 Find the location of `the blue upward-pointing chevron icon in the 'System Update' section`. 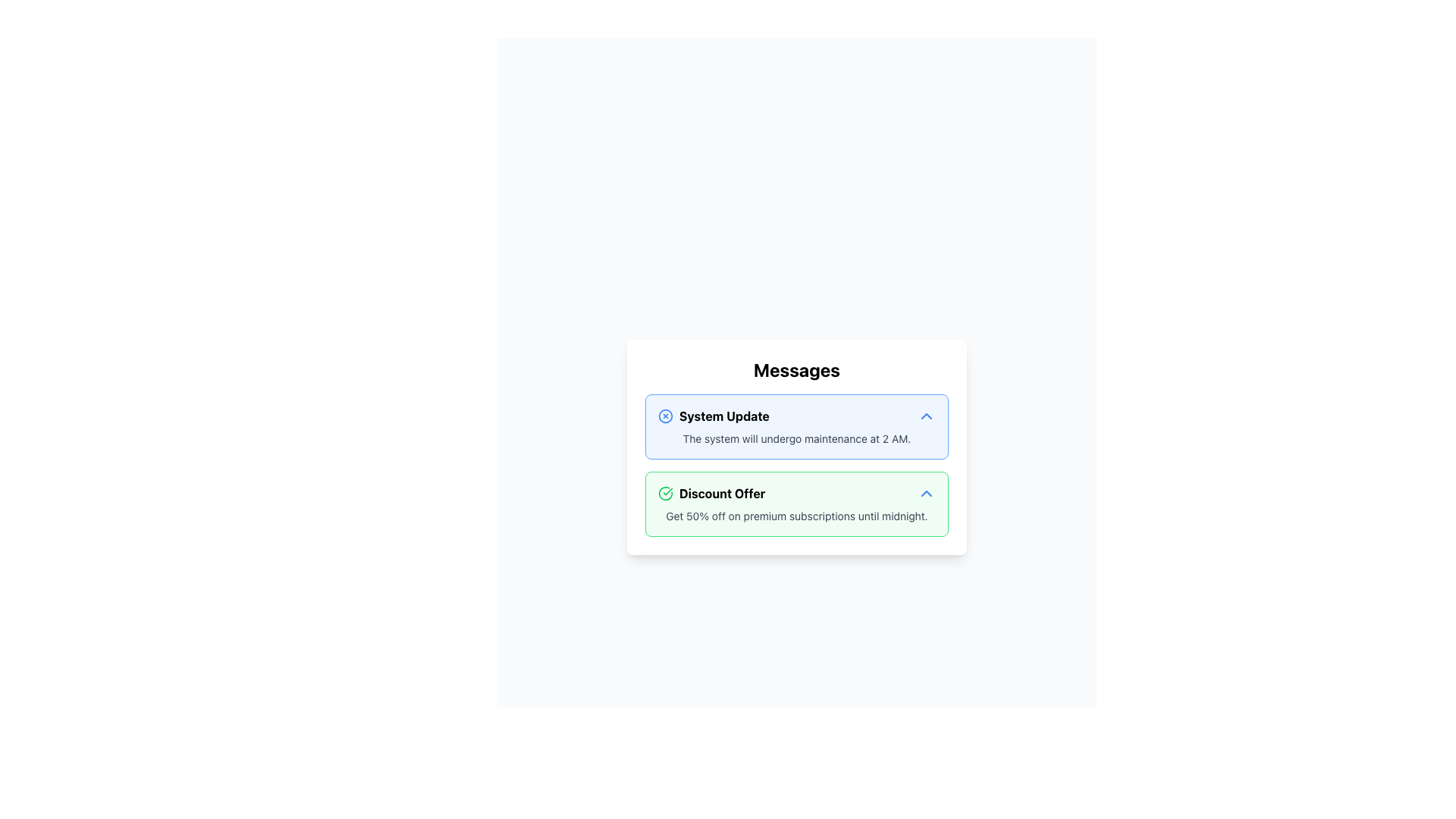

the blue upward-pointing chevron icon in the 'System Update' section is located at coordinates (926, 416).